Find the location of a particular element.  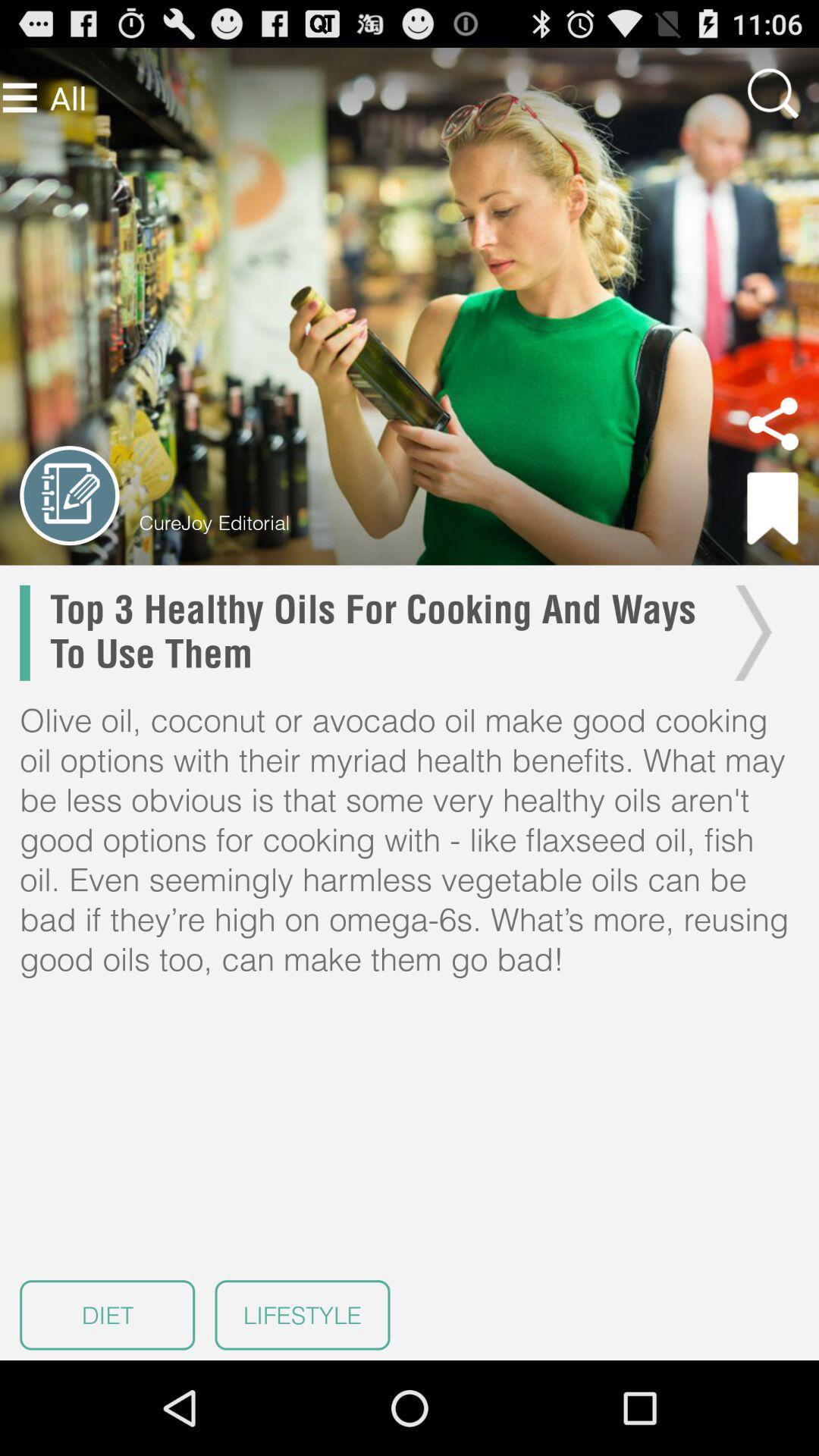

diet at the bottom left corner is located at coordinates (106, 1314).